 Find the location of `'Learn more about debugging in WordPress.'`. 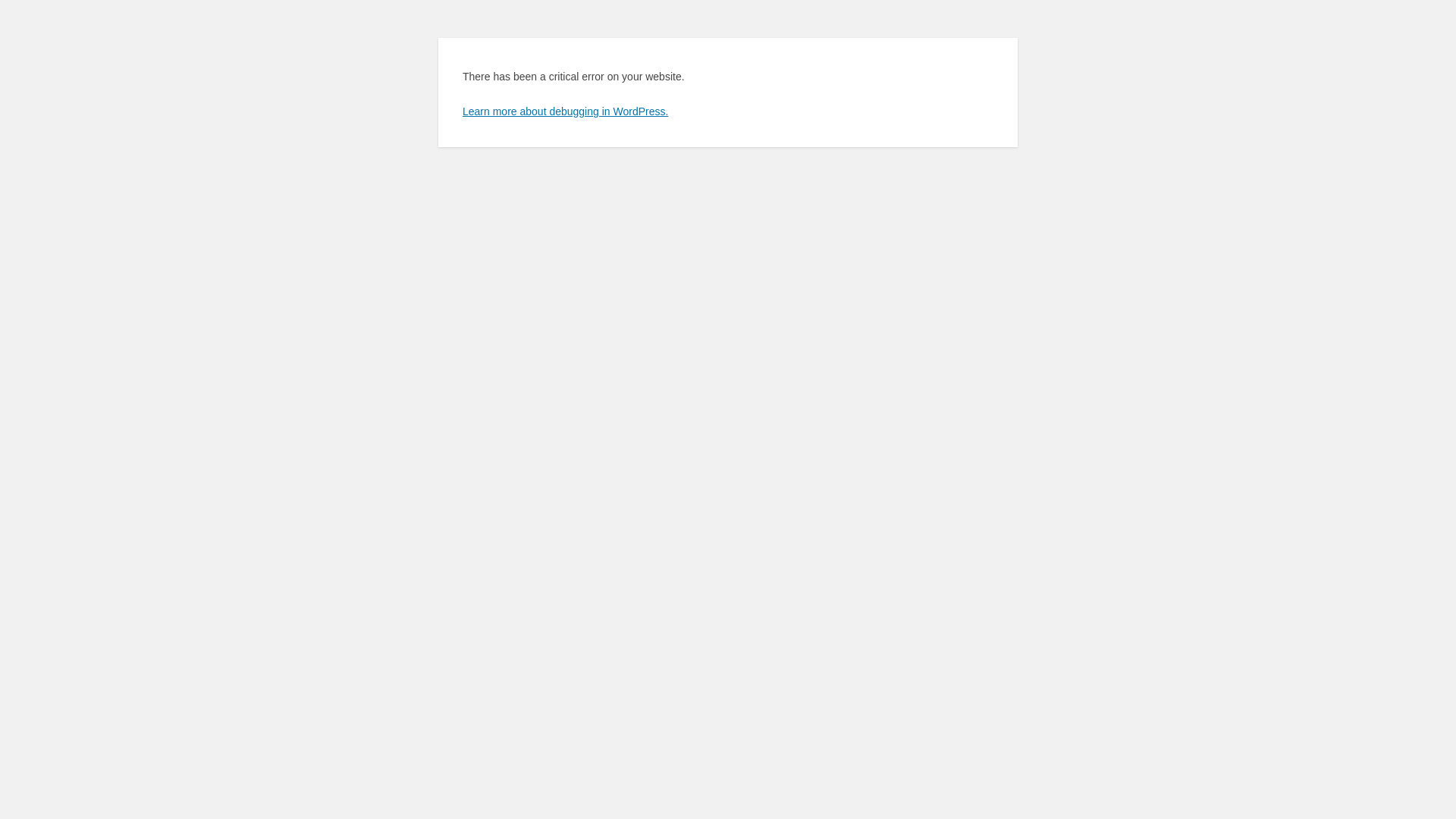

'Learn more about debugging in WordPress.' is located at coordinates (461, 110).